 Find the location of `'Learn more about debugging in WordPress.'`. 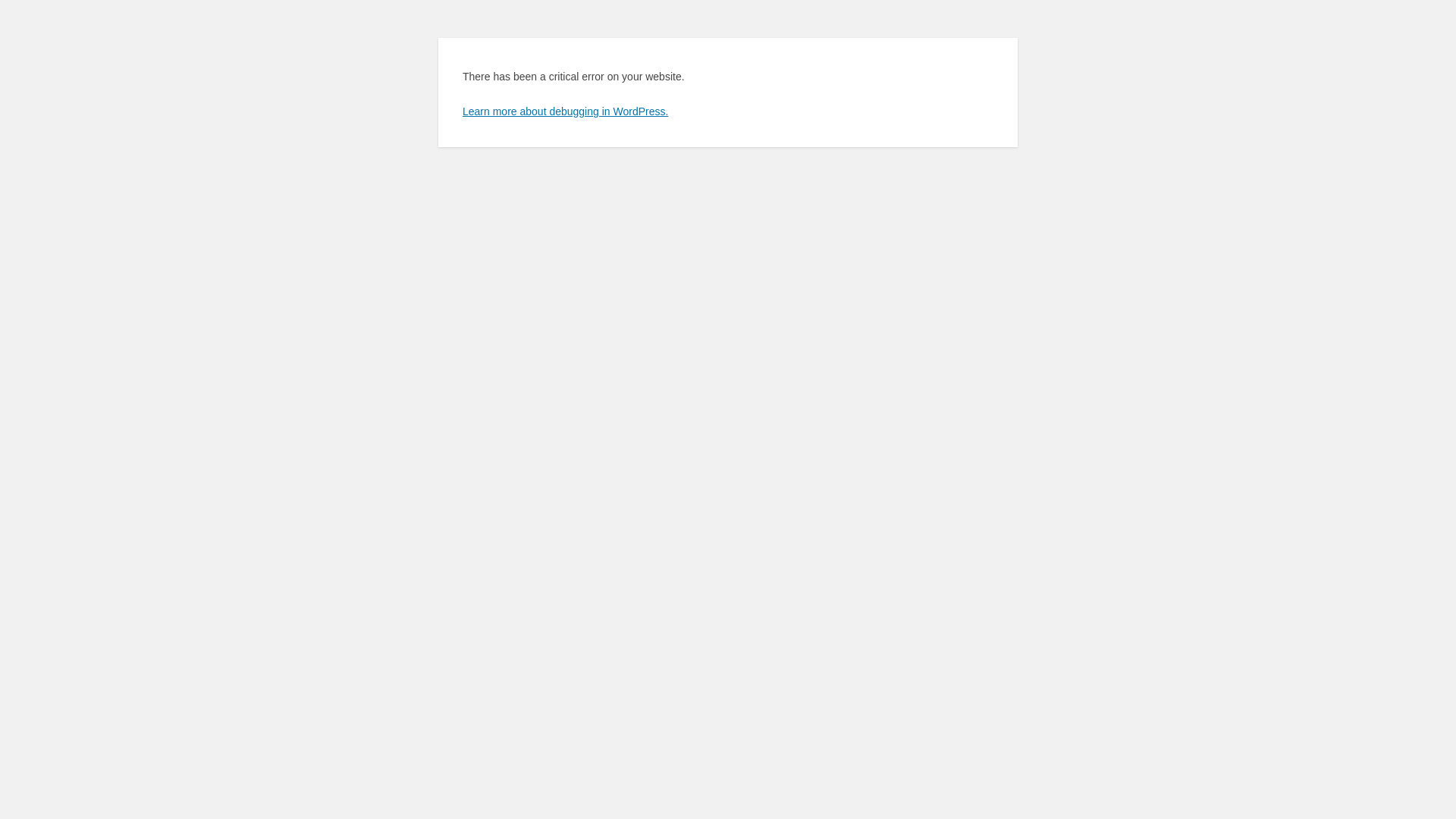

'Learn more about debugging in WordPress.' is located at coordinates (461, 110).